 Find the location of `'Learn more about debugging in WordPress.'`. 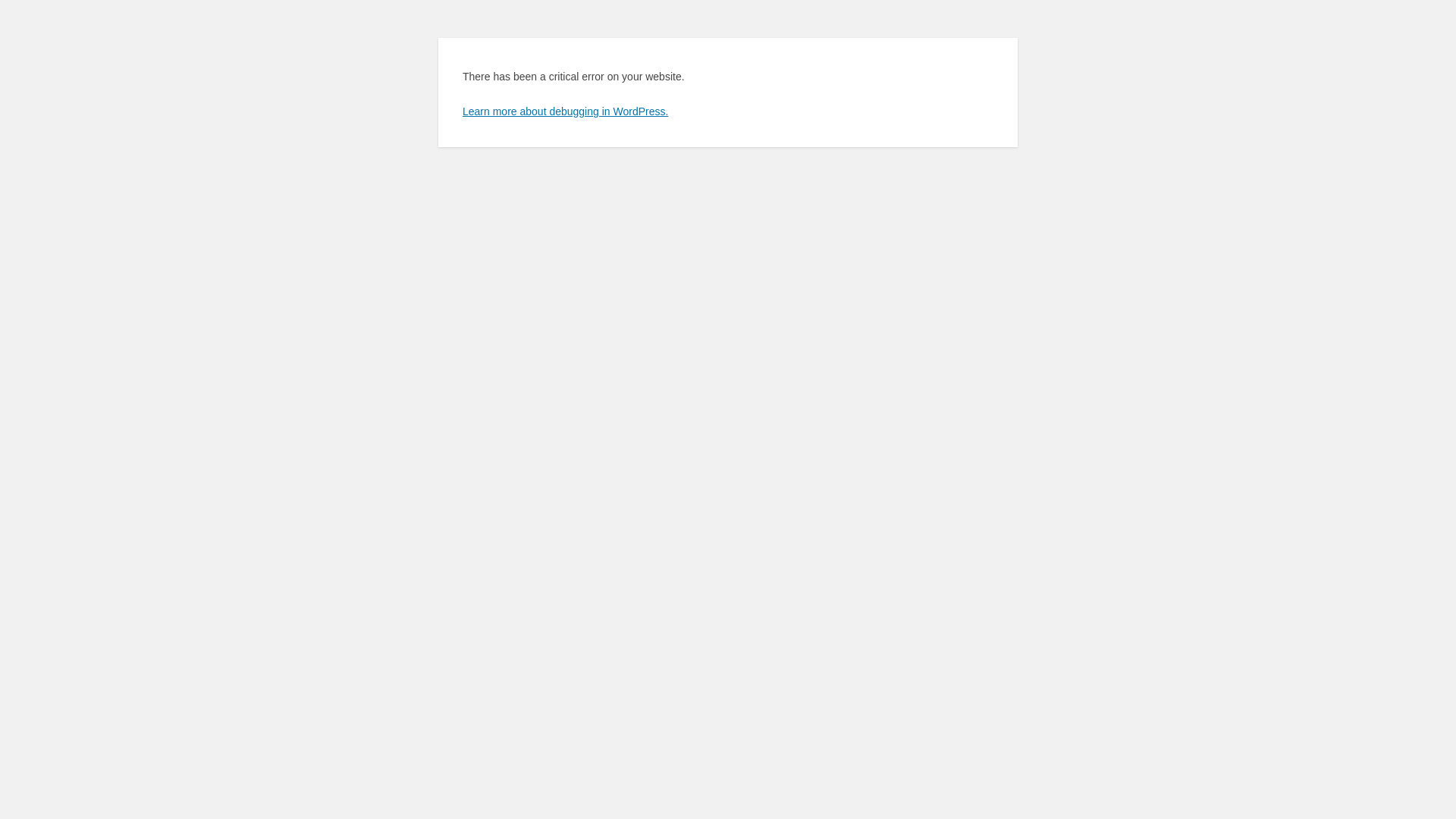

'Learn more about debugging in WordPress.' is located at coordinates (461, 110).